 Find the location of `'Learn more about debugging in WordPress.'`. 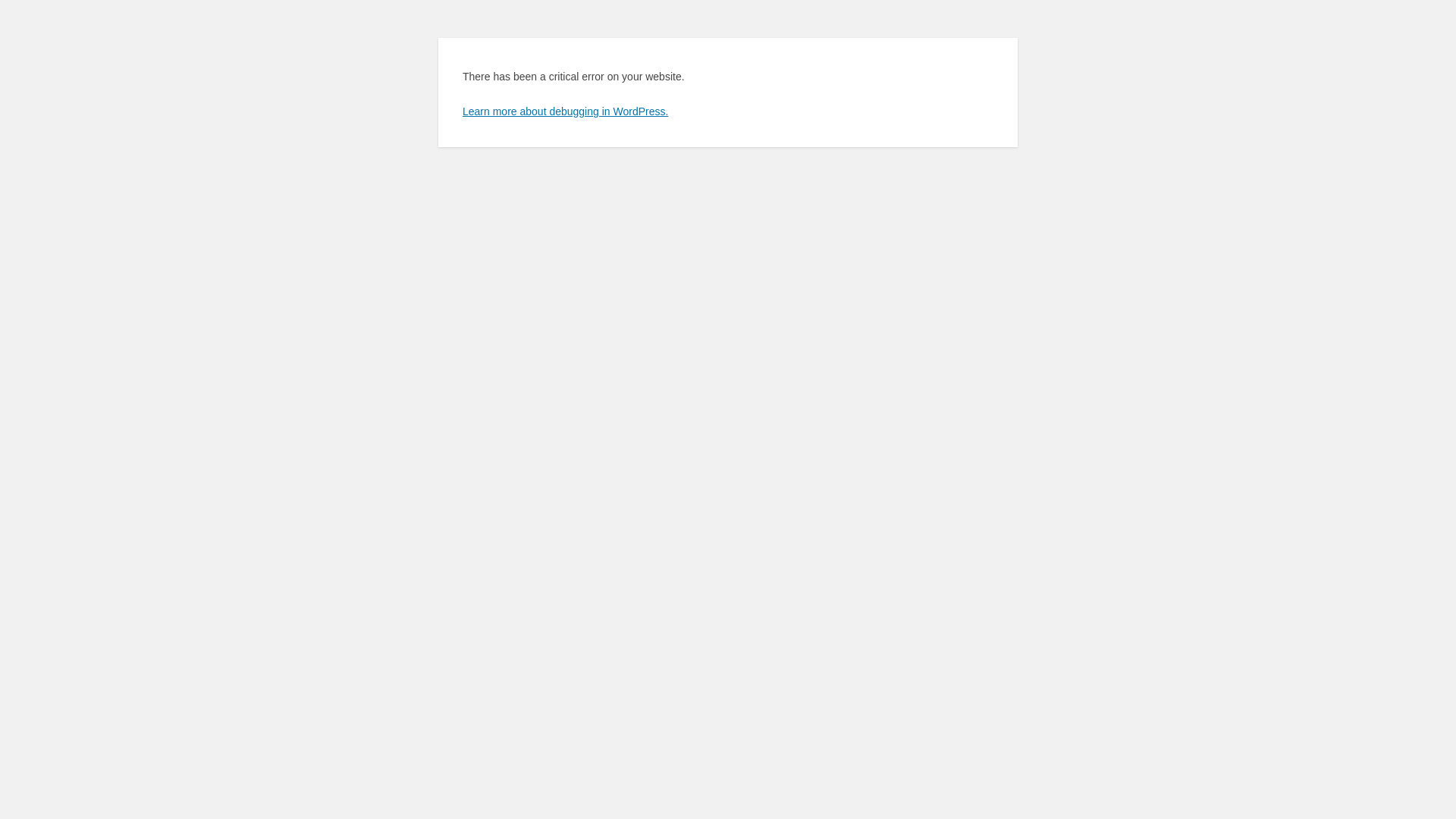

'Learn more about debugging in WordPress.' is located at coordinates (461, 110).